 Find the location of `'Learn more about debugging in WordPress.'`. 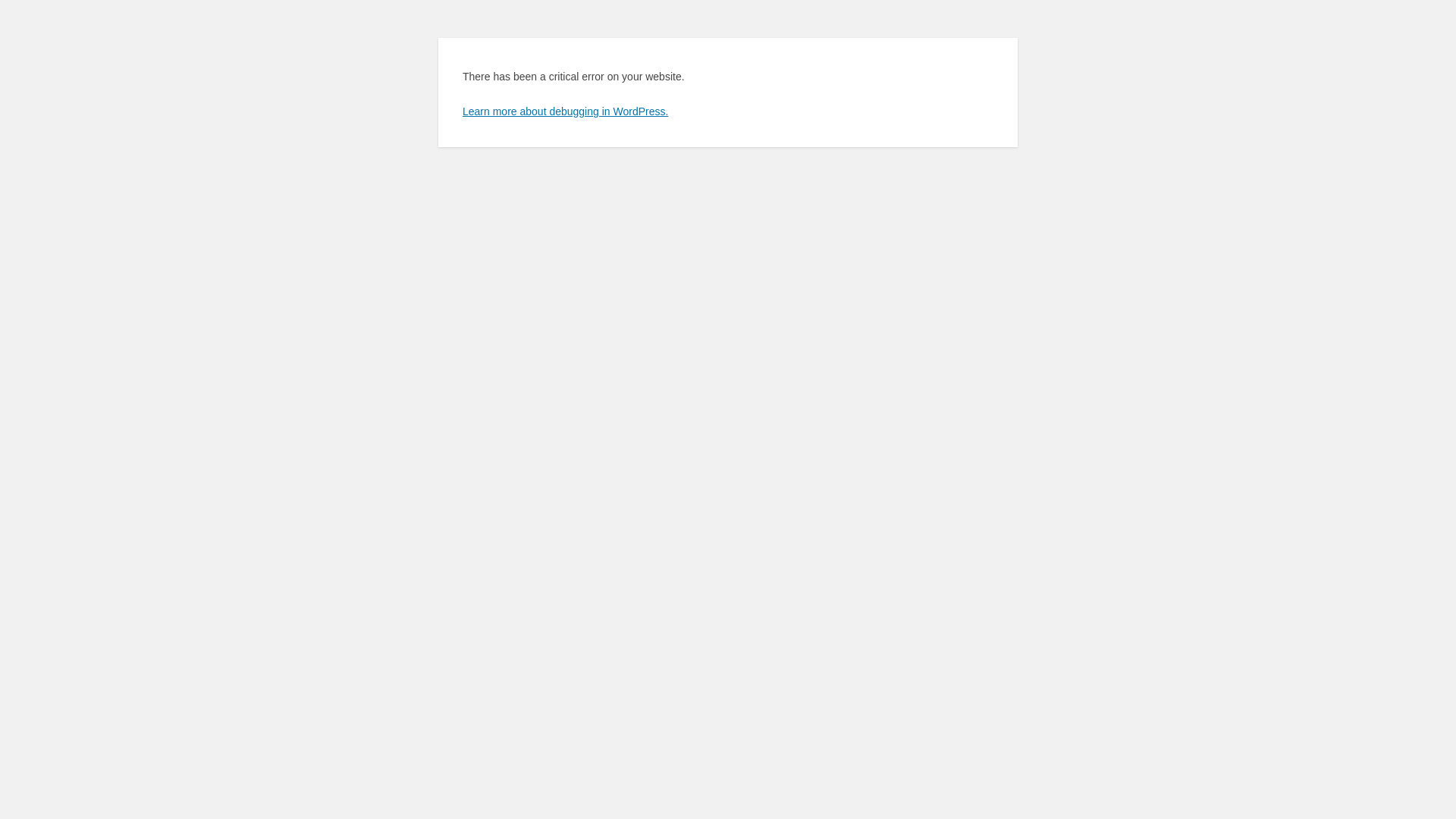

'Learn more about debugging in WordPress.' is located at coordinates (461, 110).